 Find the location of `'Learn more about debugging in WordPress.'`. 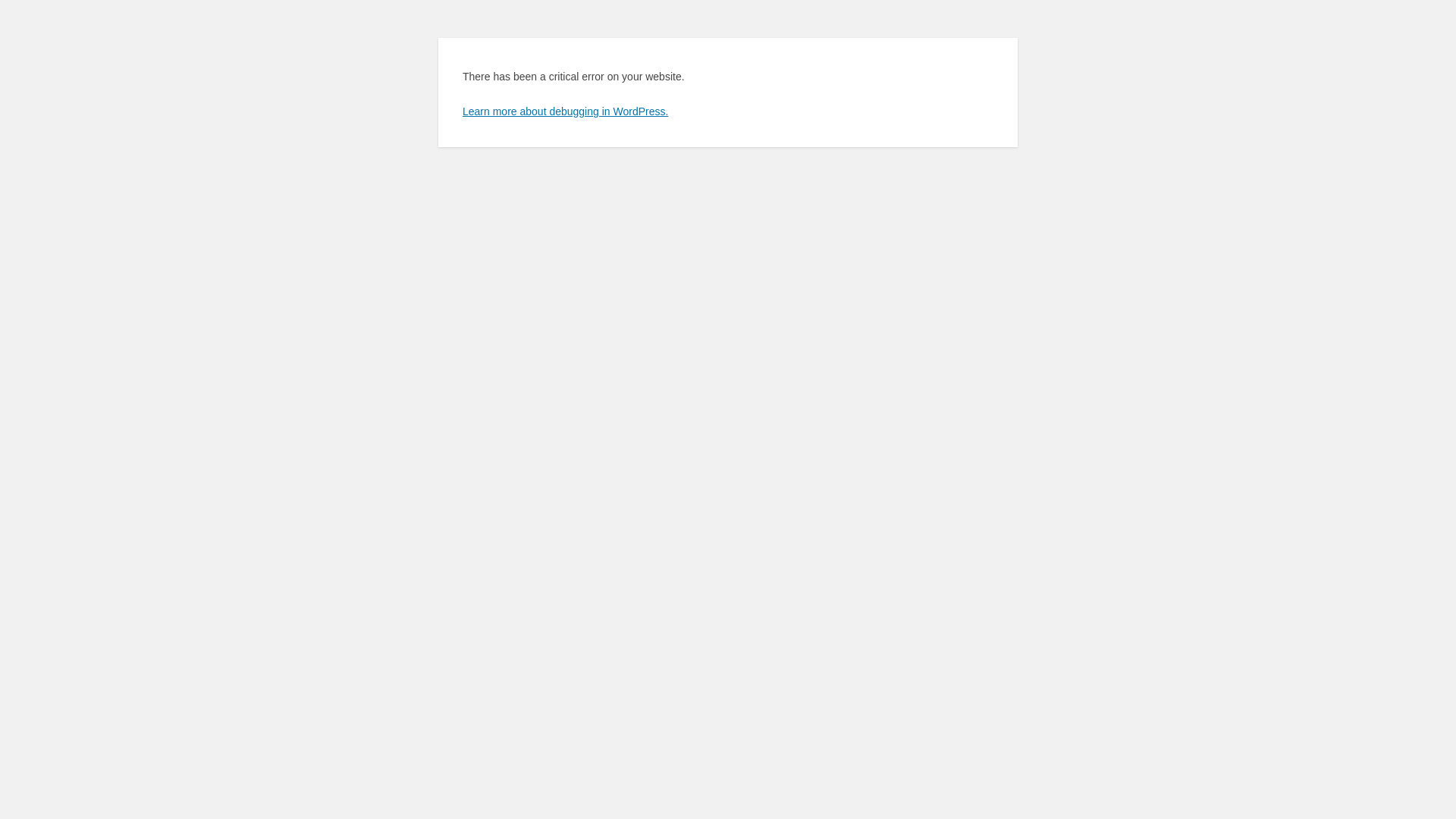

'Learn more about debugging in WordPress.' is located at coordinates (461, 110).